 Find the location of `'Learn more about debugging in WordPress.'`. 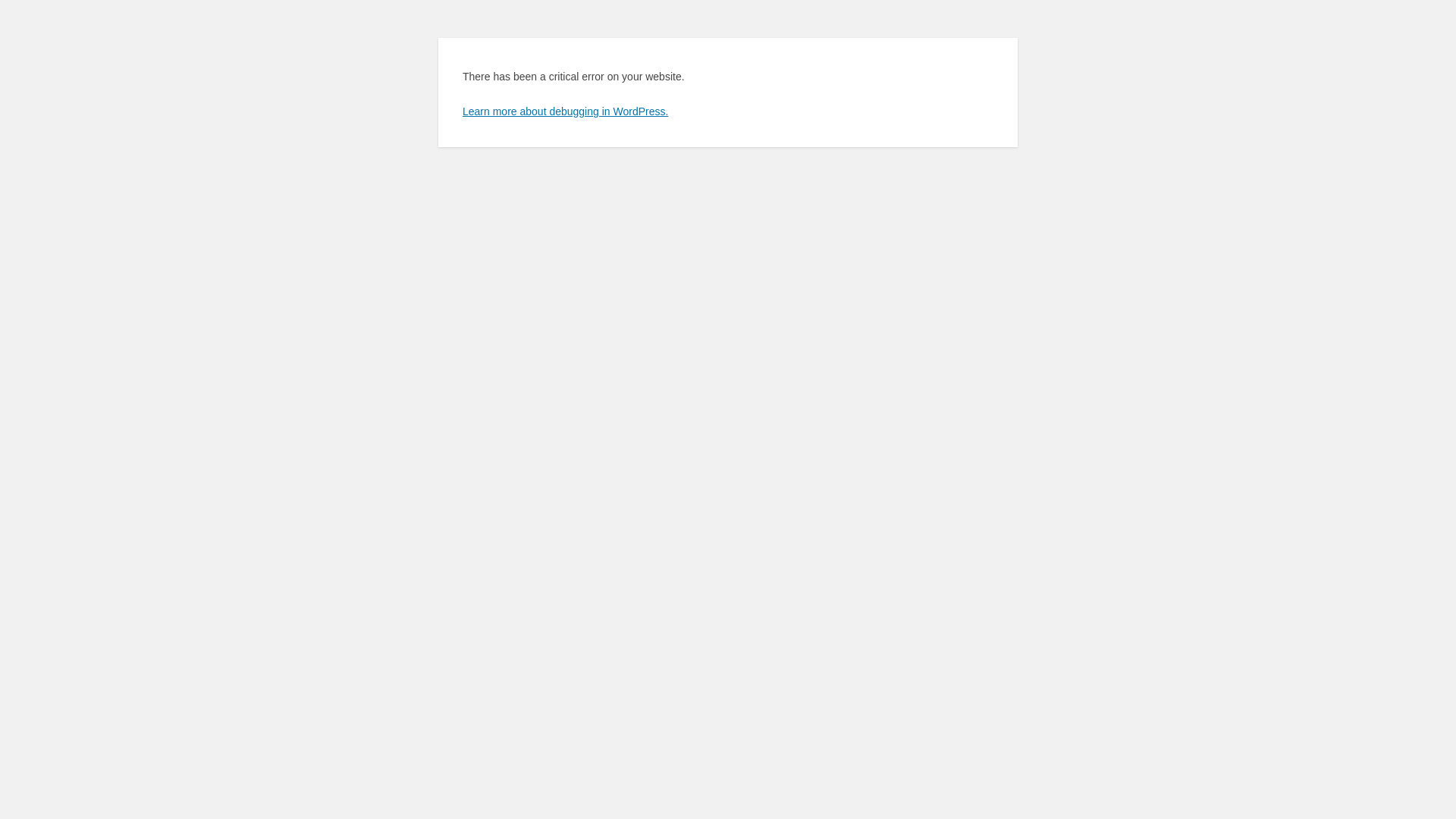

'Learn more about debugging in WordPress.' is located at coordinates (461, 110).